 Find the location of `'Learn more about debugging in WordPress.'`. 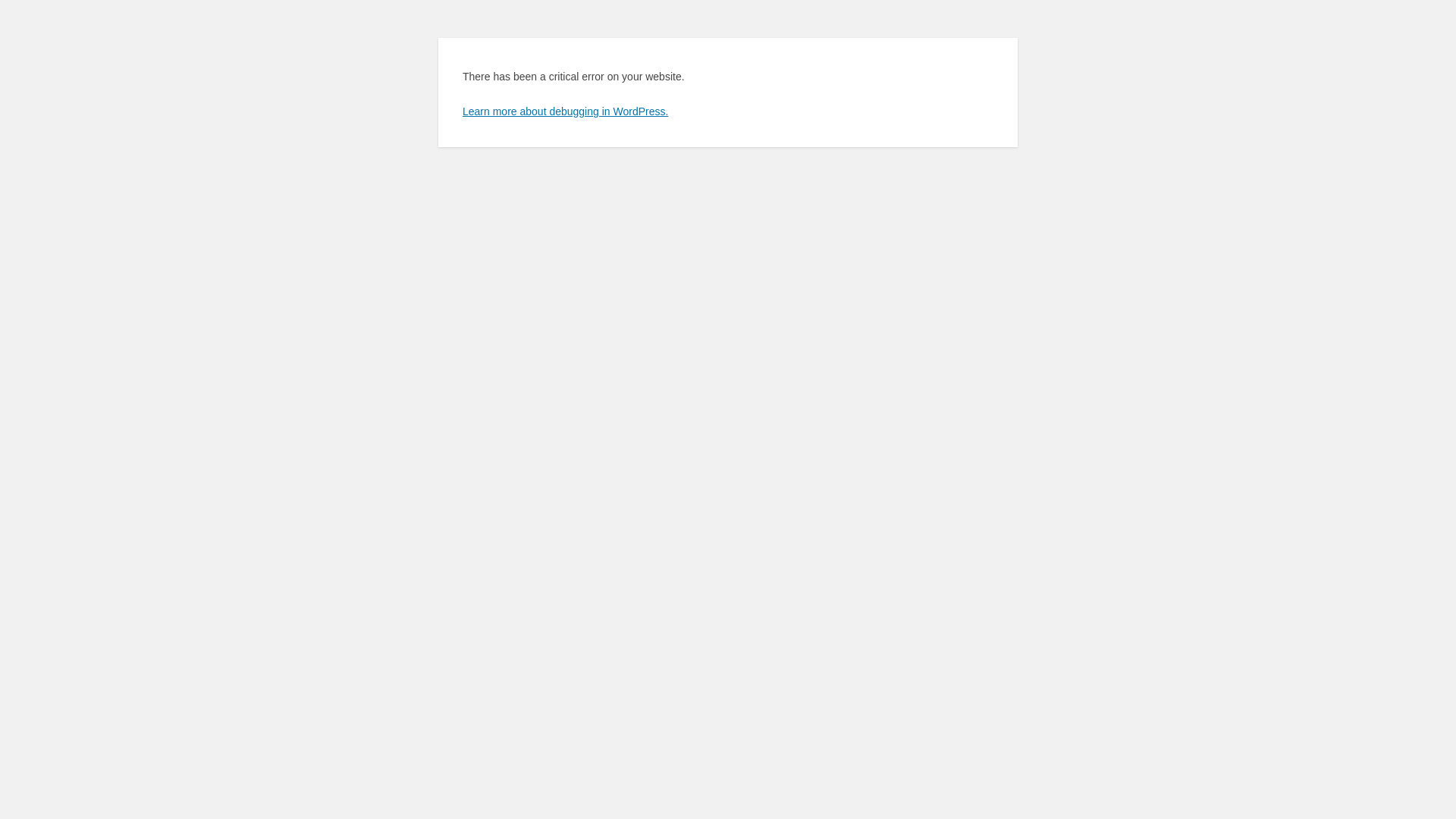

'Learn more about debugging in WordPress.' is located at coordinates (461, 110).